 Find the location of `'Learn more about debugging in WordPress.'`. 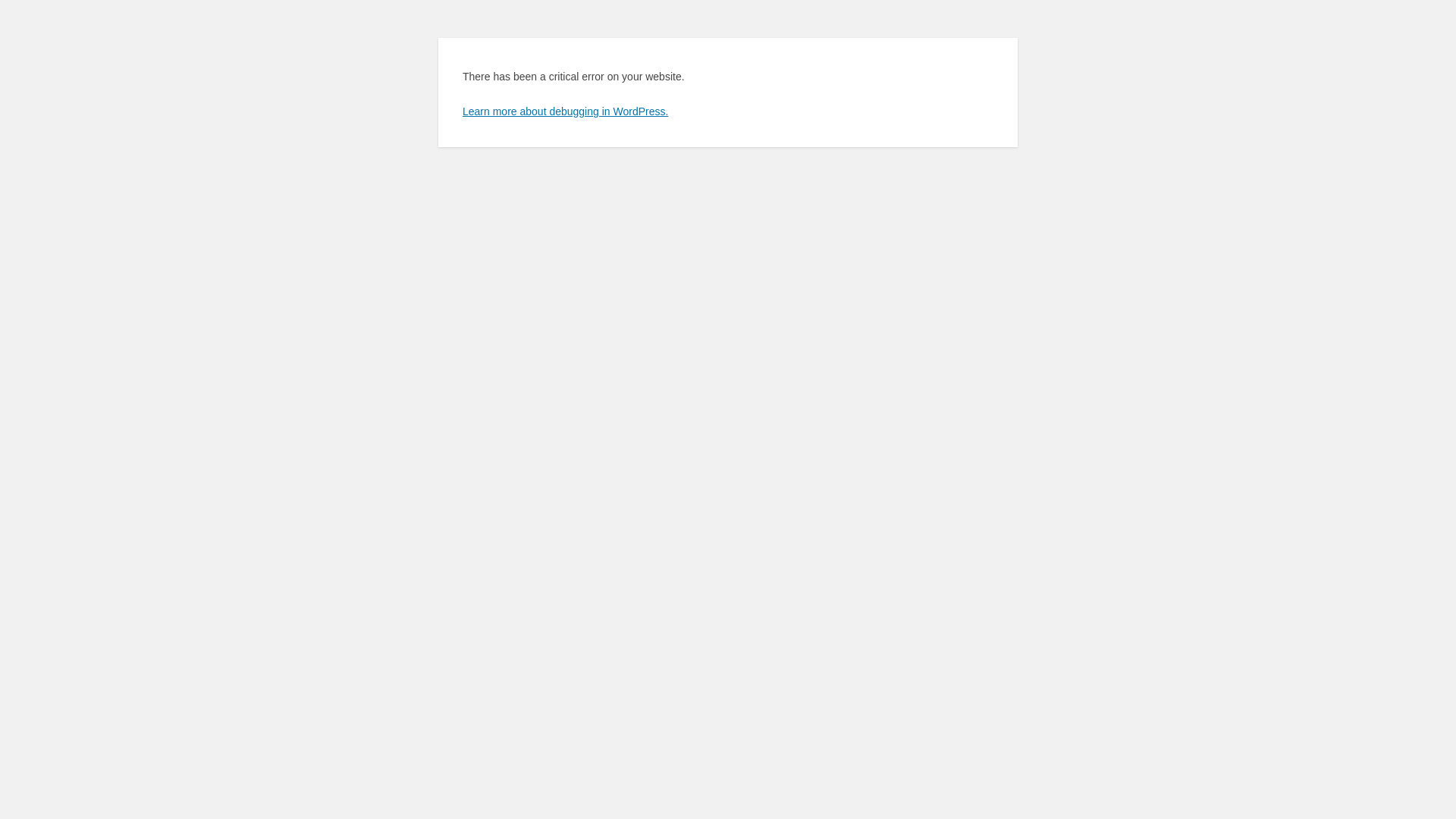

'Learn more about debugging in WordPress.' is located at coordinates (461, 110).